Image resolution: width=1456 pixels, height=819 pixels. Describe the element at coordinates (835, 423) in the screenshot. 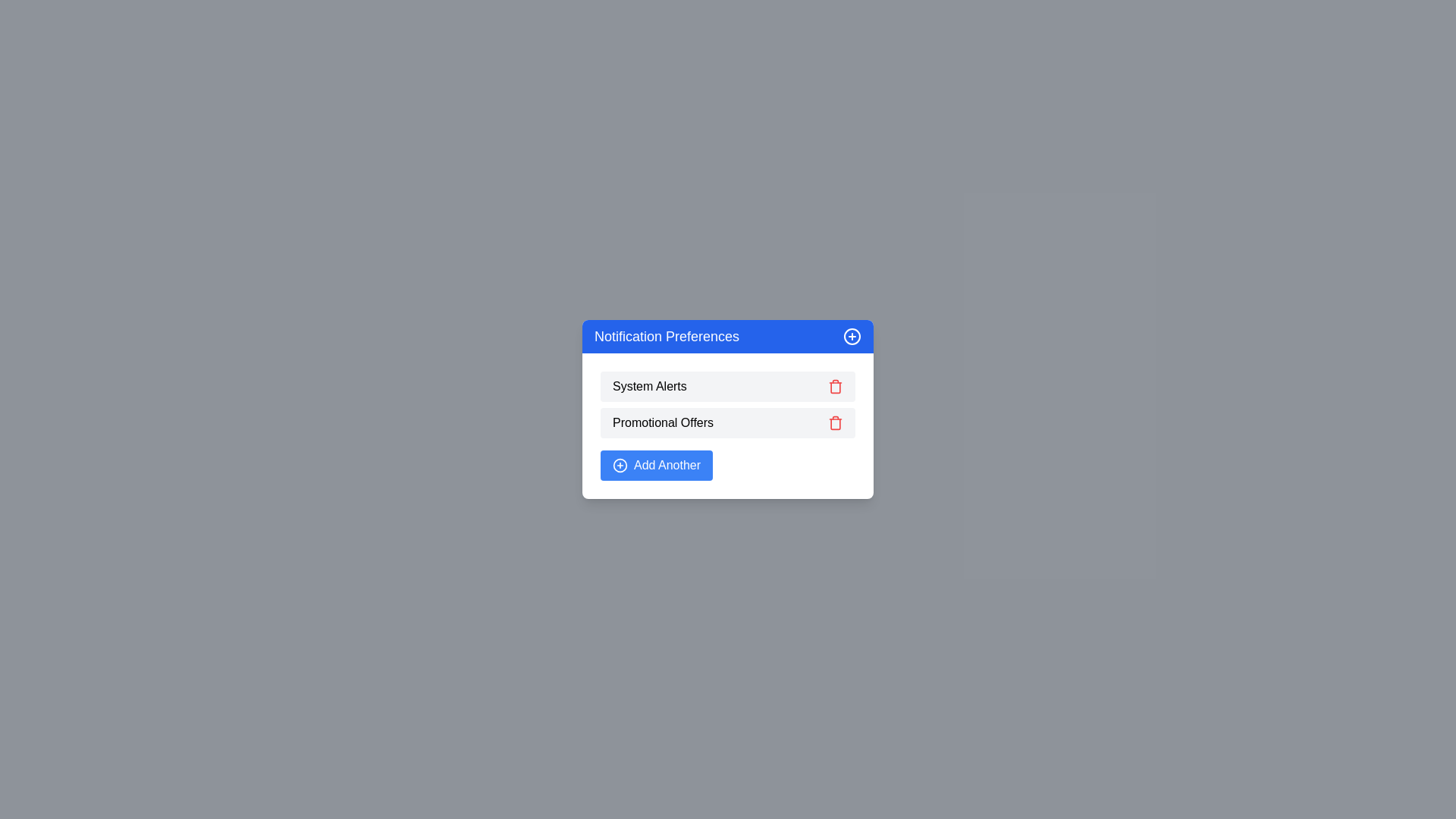

I see `the red trash bin icon button located to the far right of the 'Promotional Offers' text` at that location.